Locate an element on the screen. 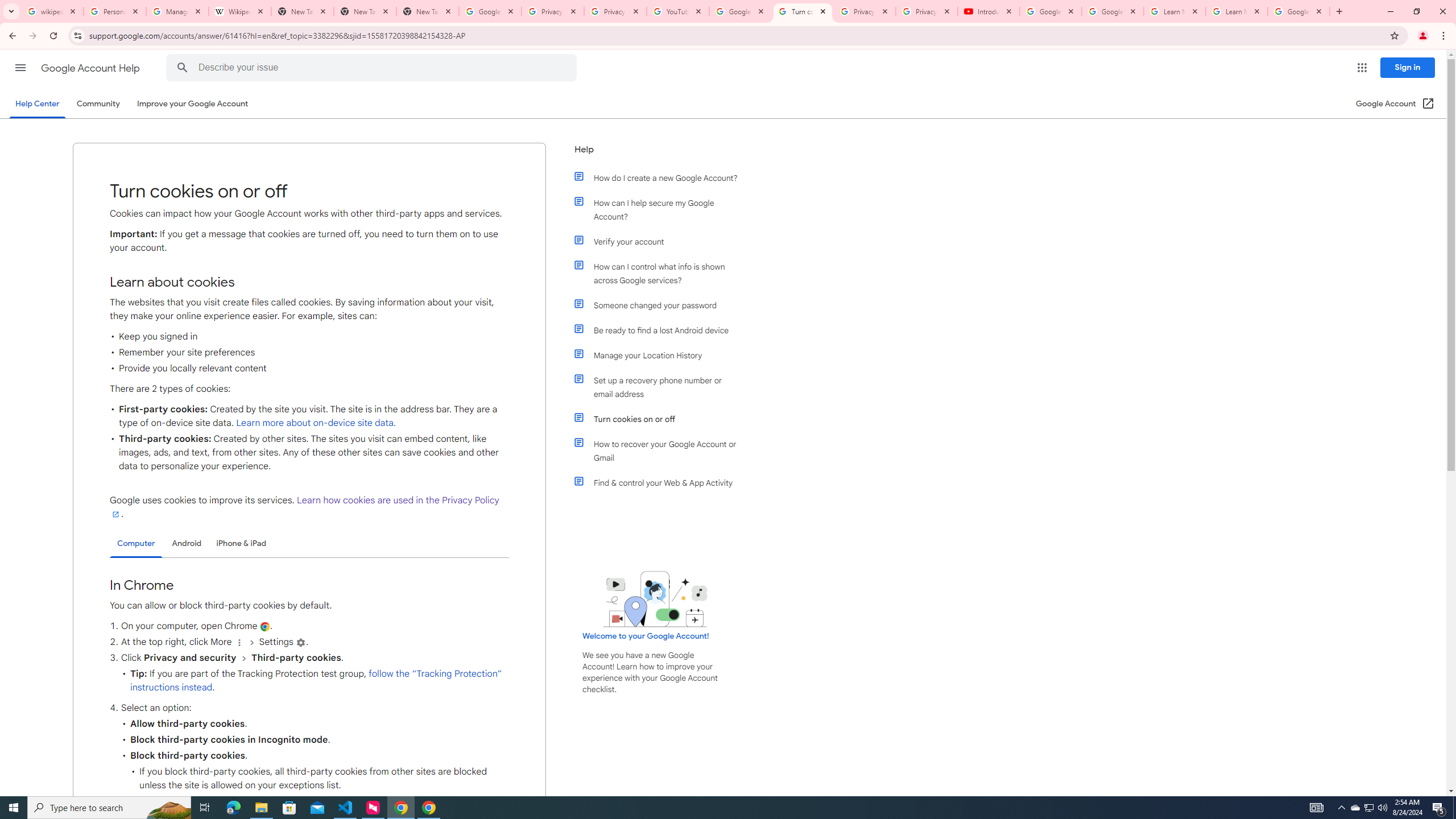  'Personalization & Google Search results - Google Search Help' is located at coordinates (114, 11).